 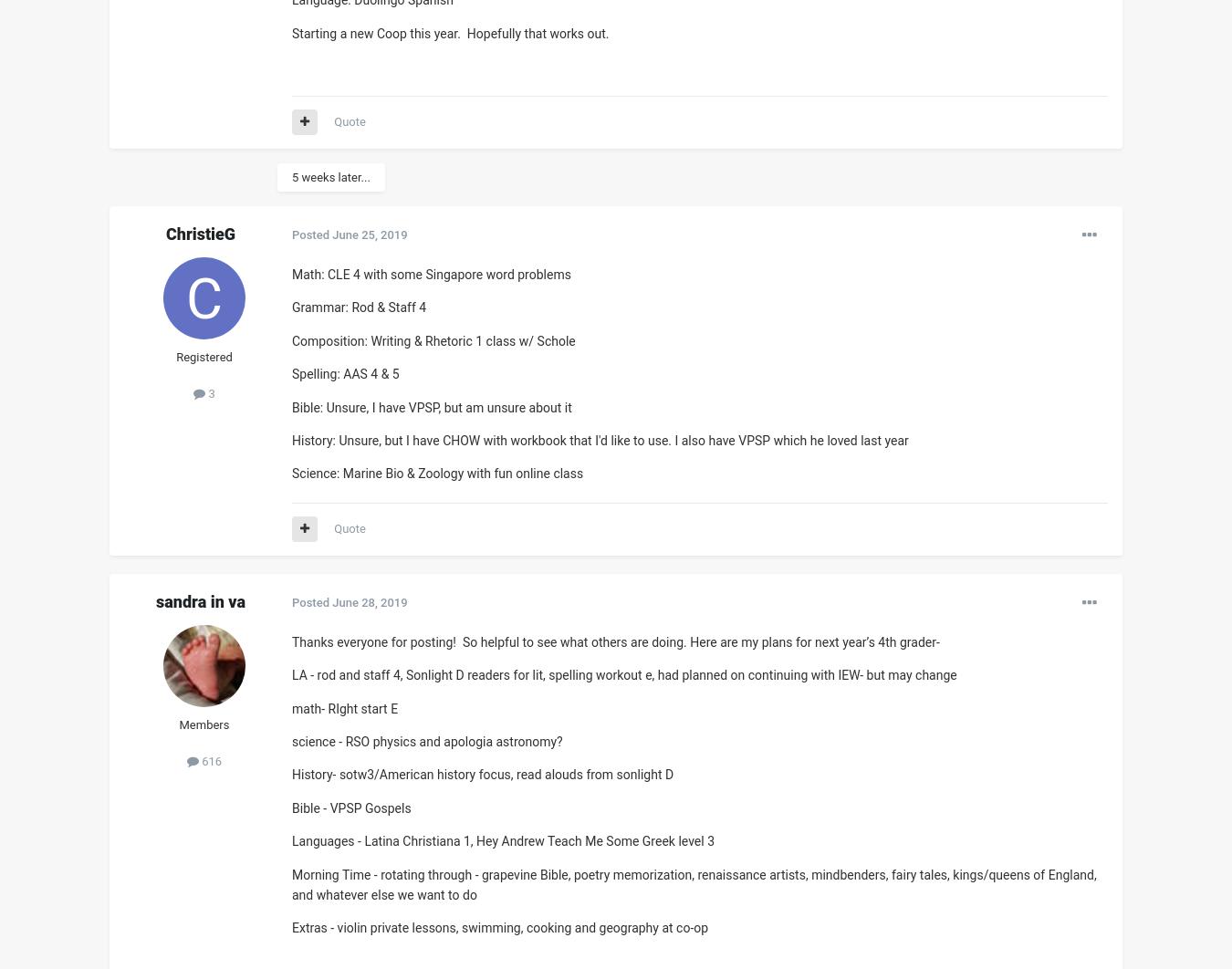 I want to click on 'Extras - violin private lessons, swimming, cooking and geography at co-op', so click(x=498, y=926).